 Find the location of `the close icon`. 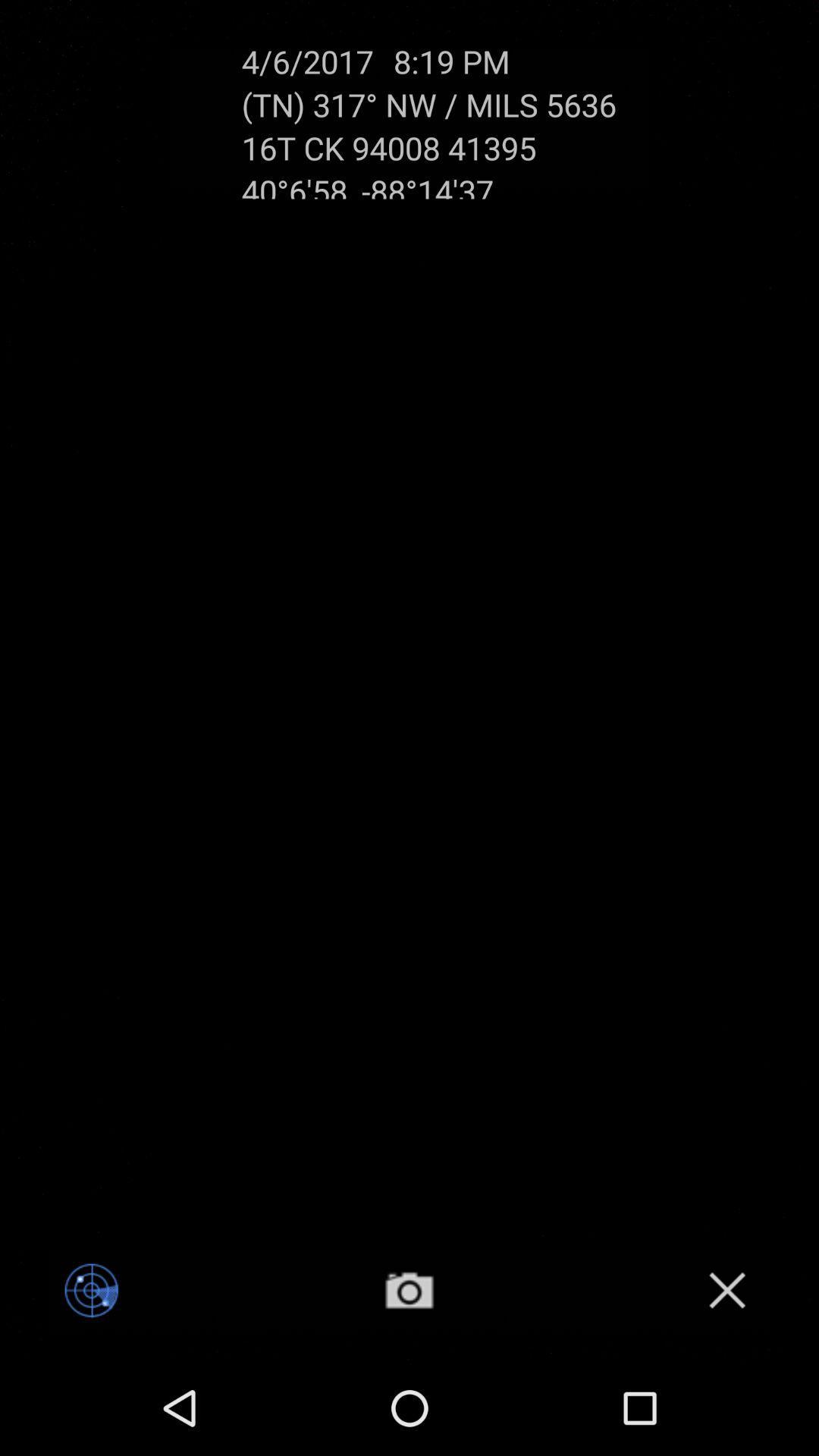

the close icon is located at coordinates (726, 1381).